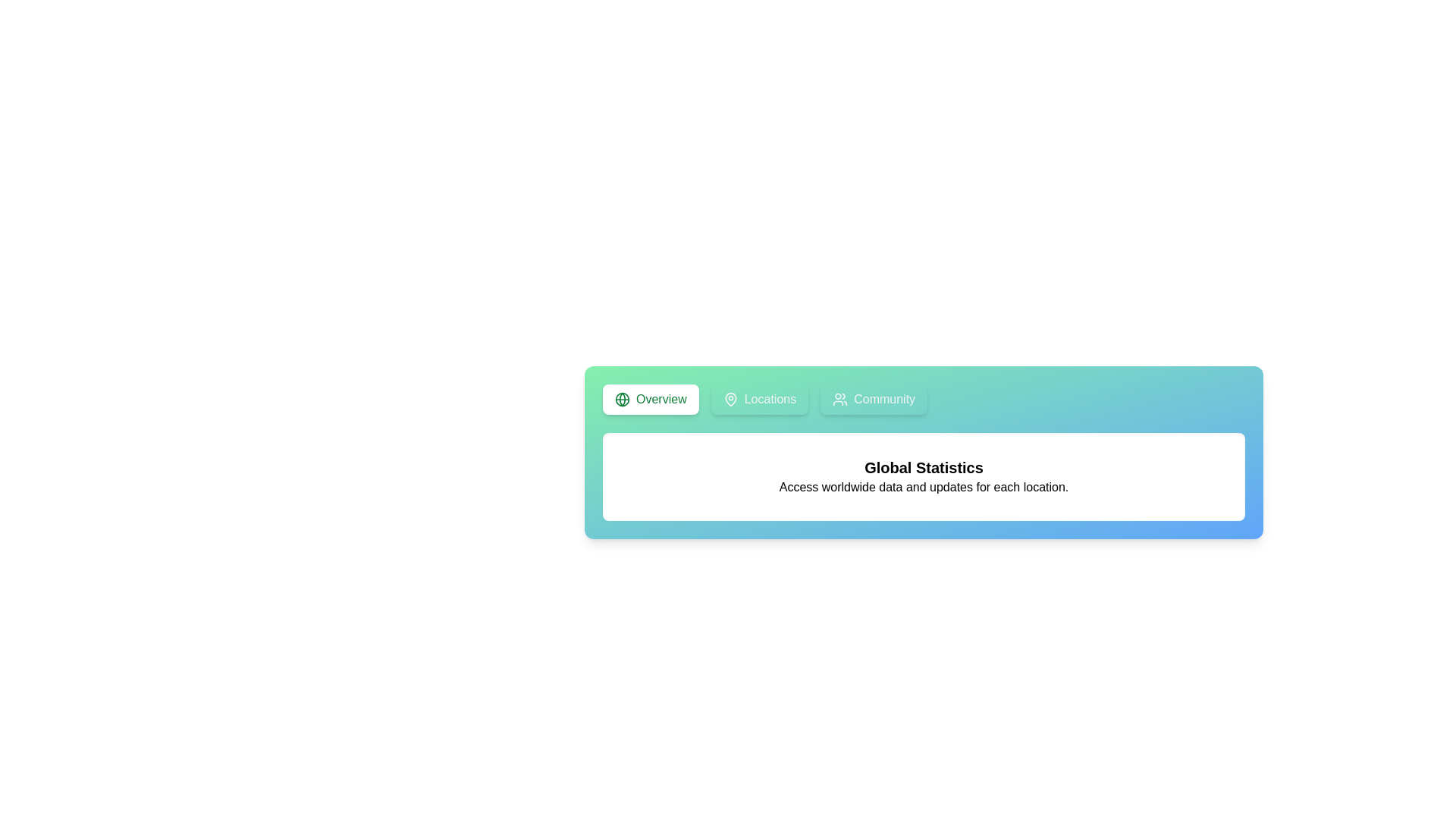  What do you see at coordinates (874, 399) in the screenshot?
I see `the 'Community' tab to switch to its content view` at bounding box center [874, 399].